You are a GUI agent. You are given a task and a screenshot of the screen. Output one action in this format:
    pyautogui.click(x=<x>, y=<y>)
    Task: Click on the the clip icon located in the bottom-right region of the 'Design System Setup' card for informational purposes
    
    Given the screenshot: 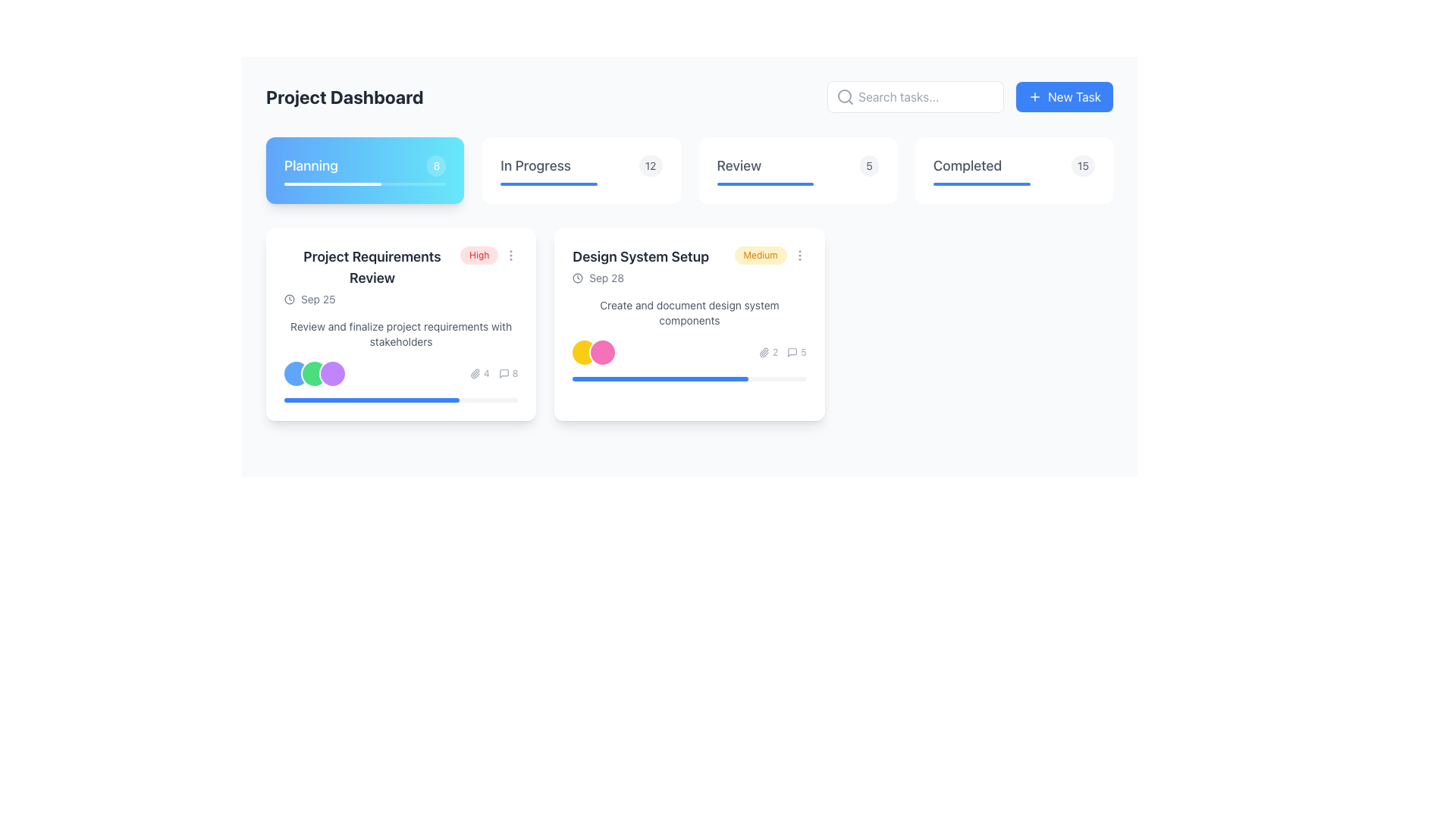 What is the action you would take?
    pyautogui.click(x=764, y=353)
    